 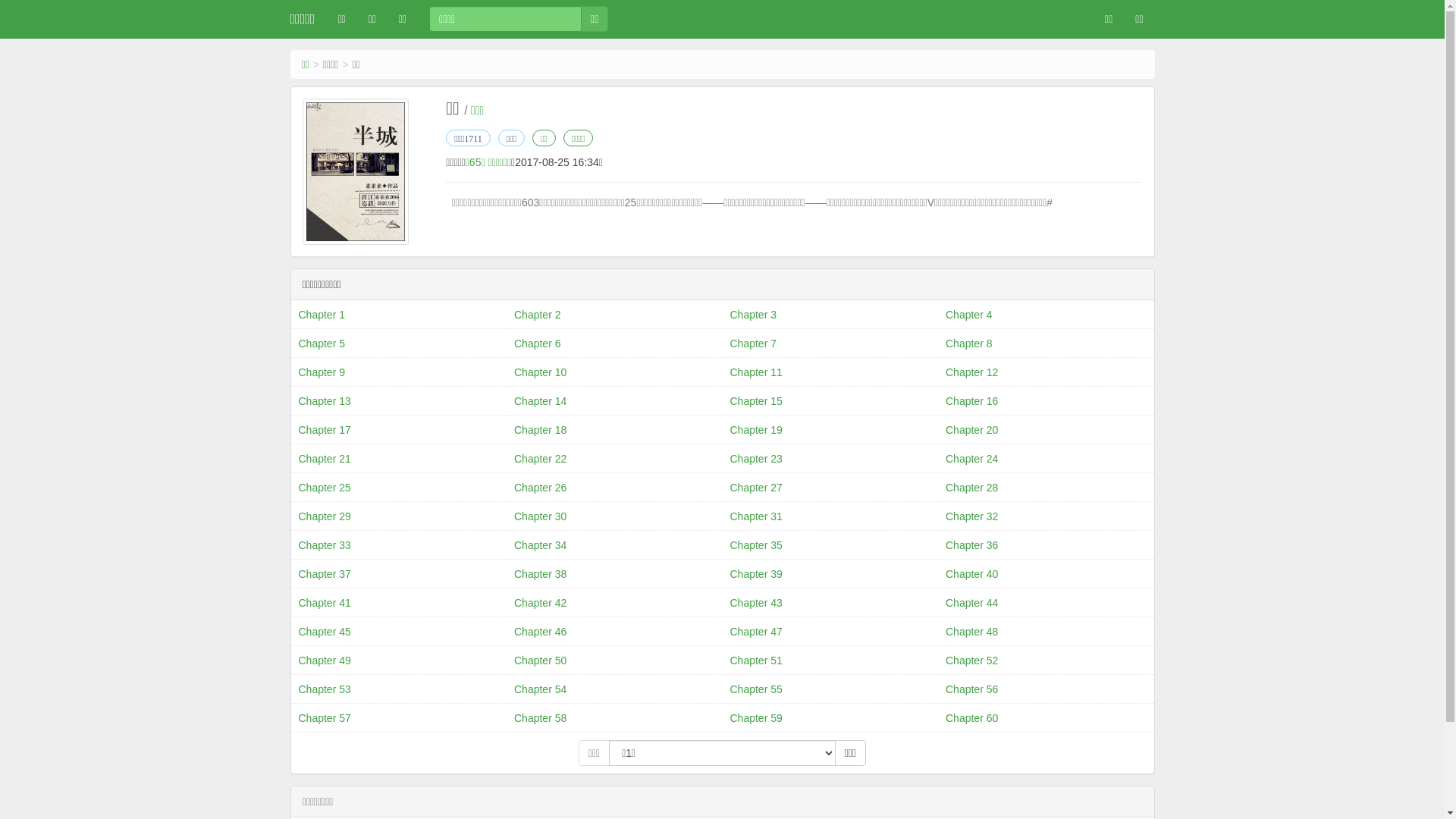 What do you see at coordinates (513, 689) in the screenshot?
I see `'Chapter 54'` at bounding box center [513, 689].